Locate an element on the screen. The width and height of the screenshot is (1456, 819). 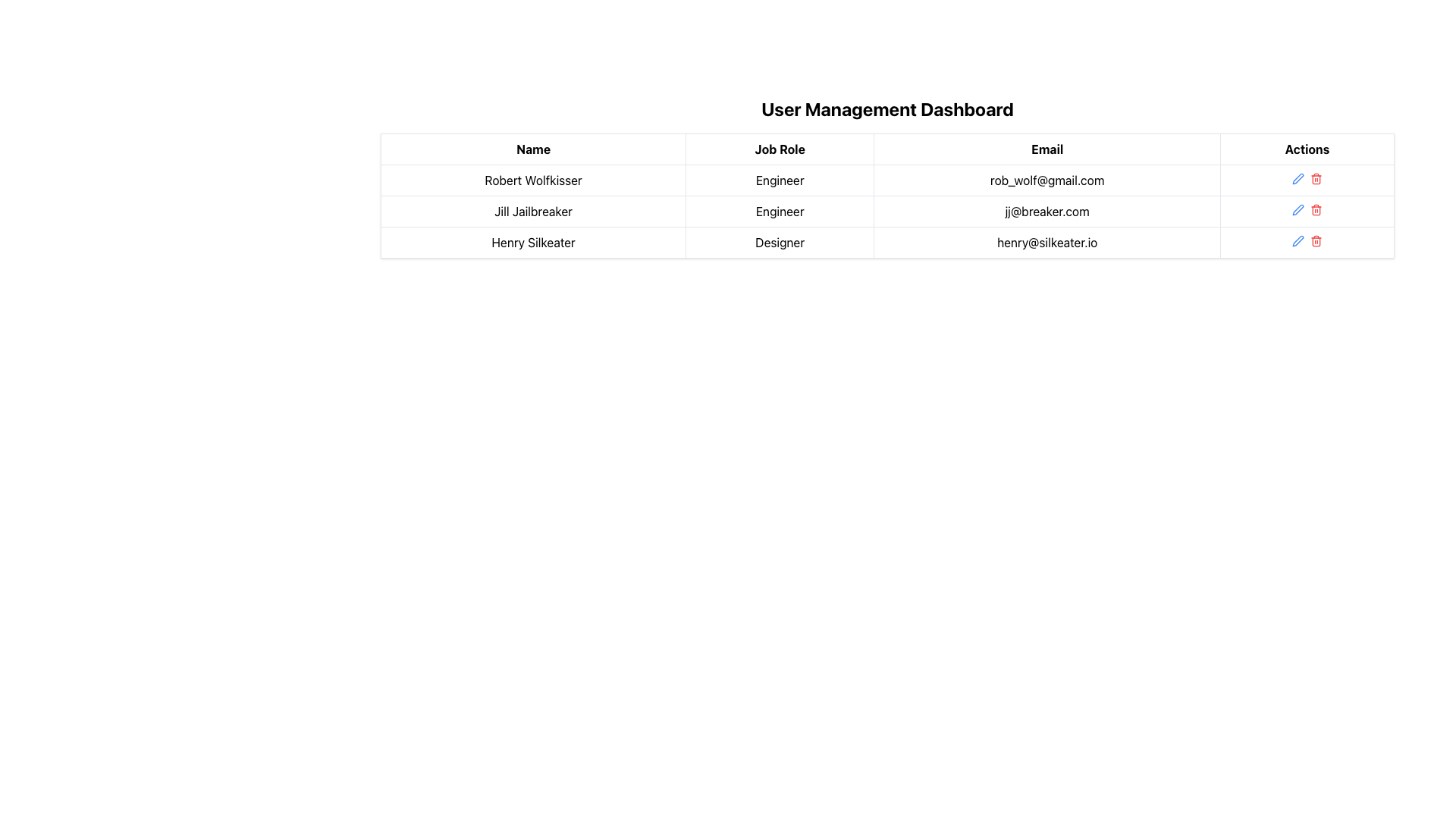
the Table Header Cell element labeled 'Job Role', which is styled in bold and located in the second column of the header row of a table is located at coordinates (780, 149).